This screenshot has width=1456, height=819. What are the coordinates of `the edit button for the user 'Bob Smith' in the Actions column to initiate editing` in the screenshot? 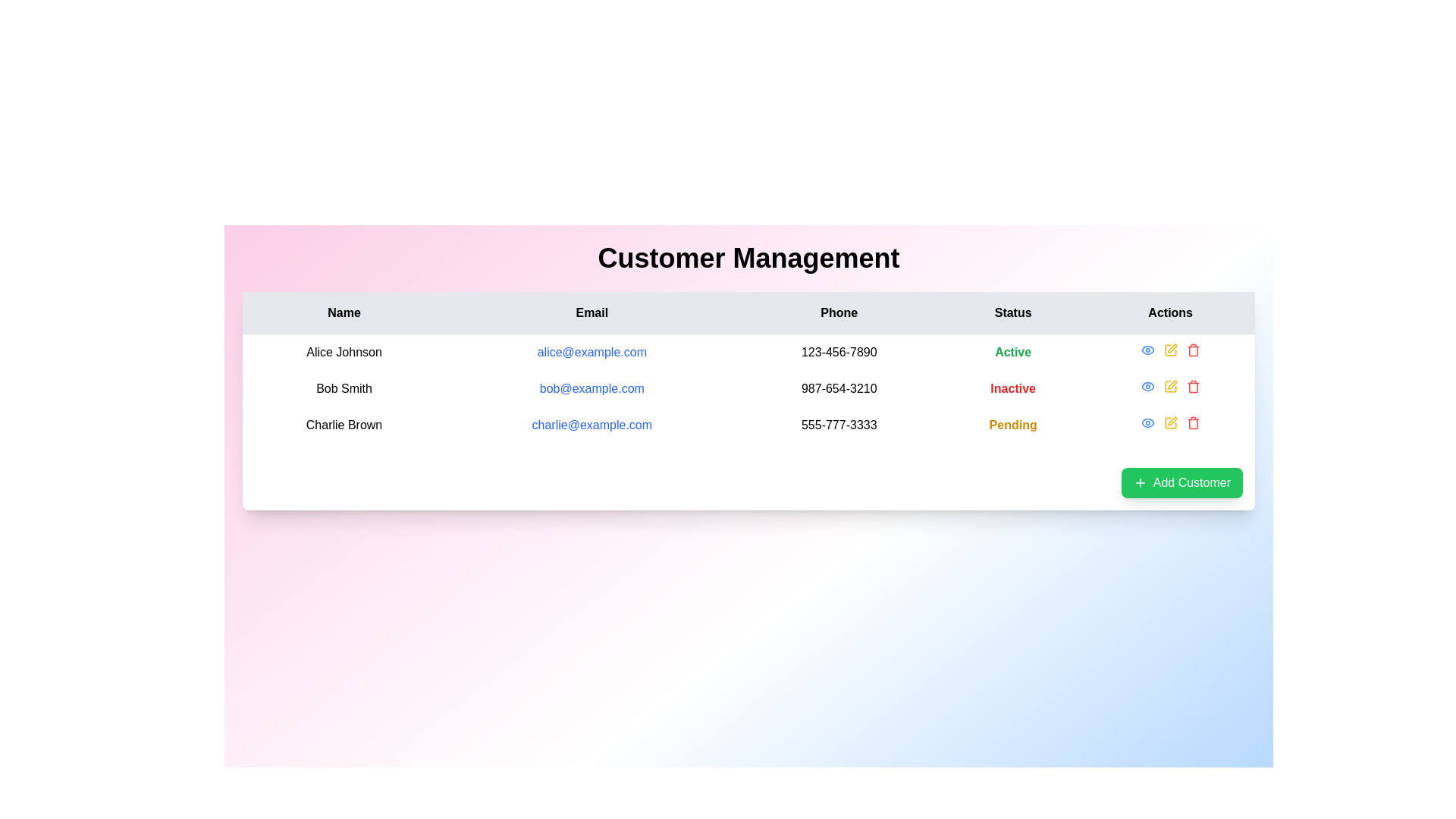 It's located at (1169, 350).